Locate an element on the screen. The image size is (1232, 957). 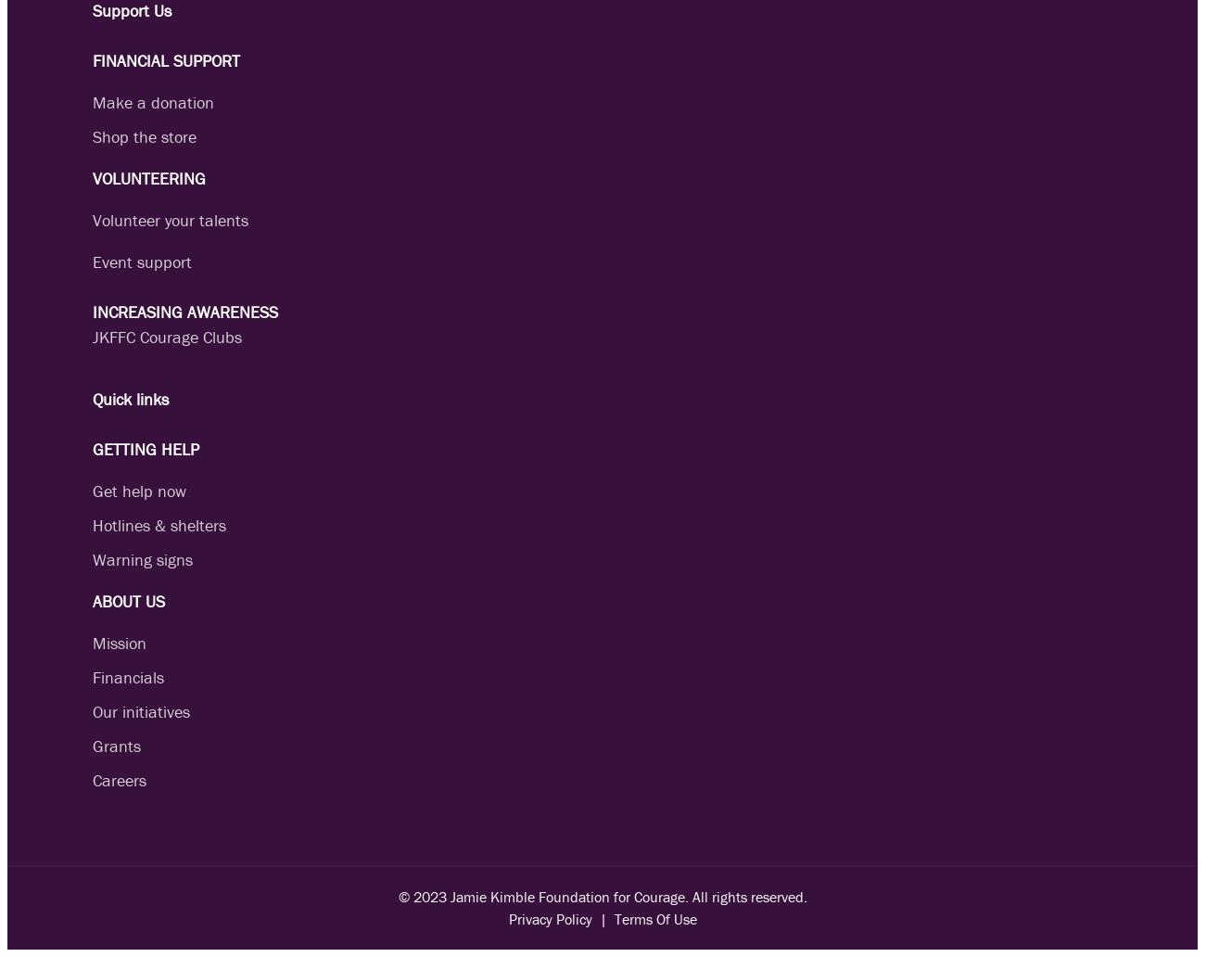
'Warning signs' is located at coordinates (143, 559).